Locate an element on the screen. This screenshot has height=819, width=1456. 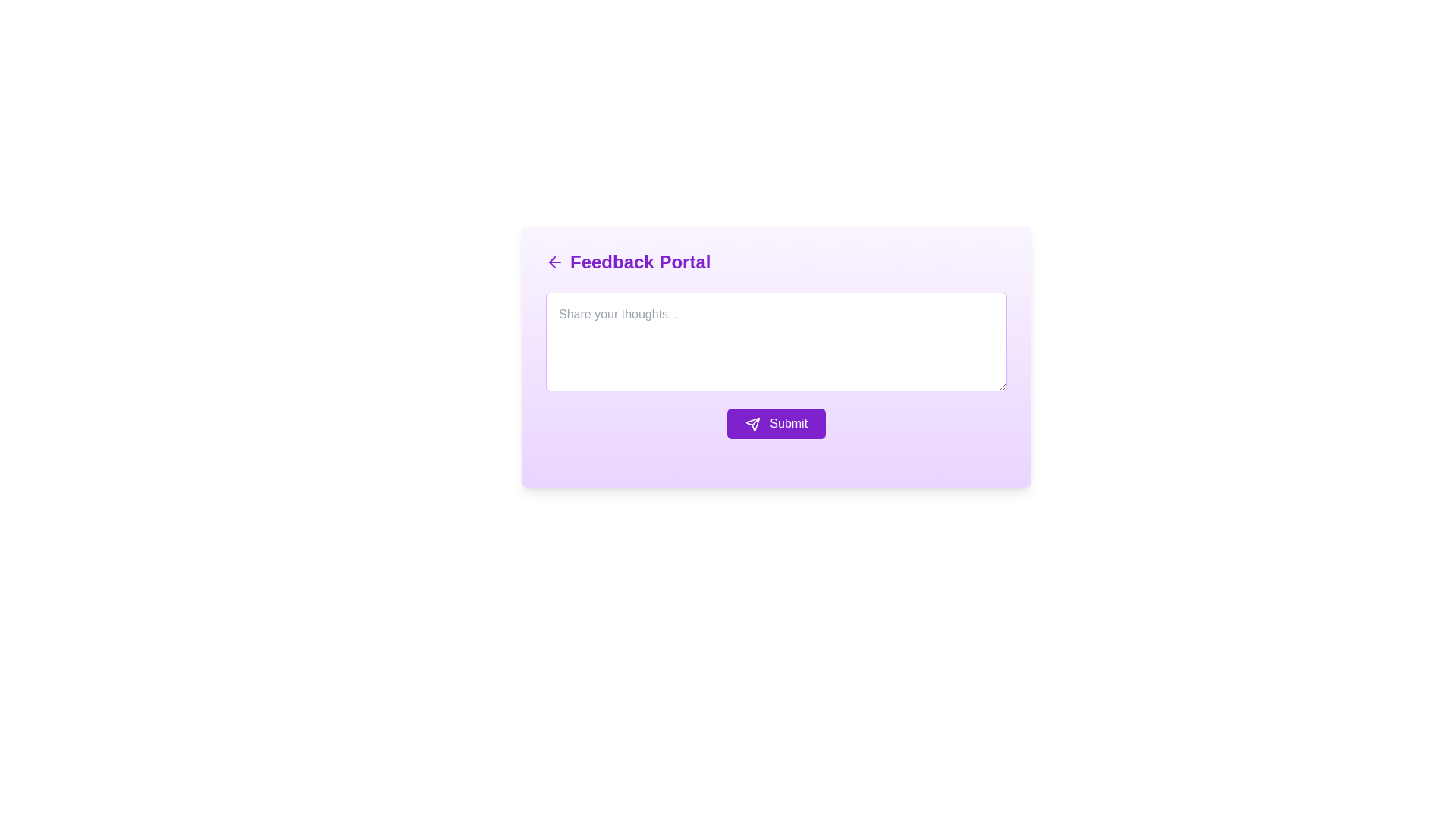
the purple 'Submit' button with a white paper airplane icon and white text located at the bottom of the feedback form card is located at coordinates (776, 424).